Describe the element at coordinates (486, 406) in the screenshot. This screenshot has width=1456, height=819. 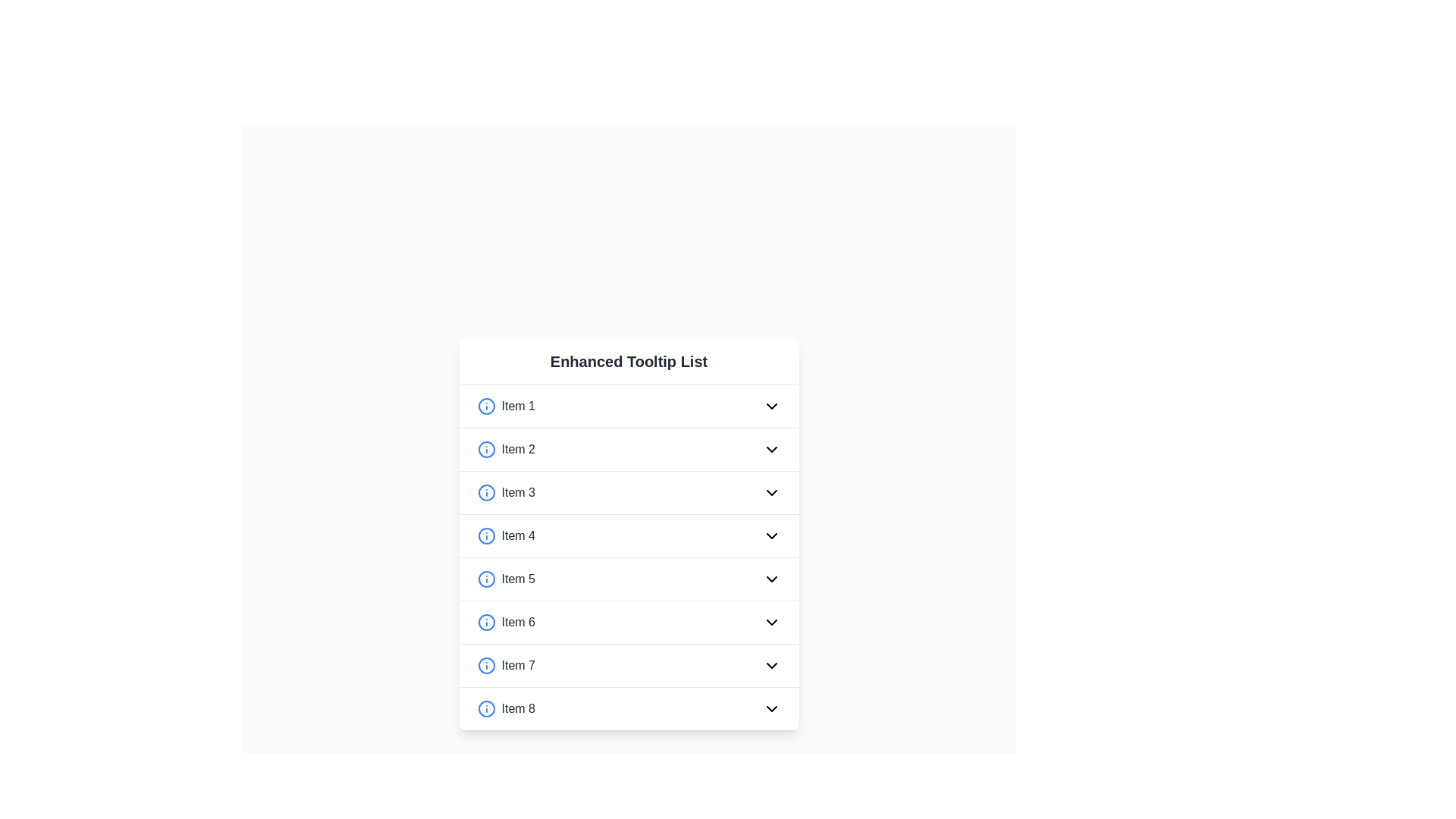
I see `the circular information icon with a blue border located to the left of the text label 'Item 1' in the first row of a vertical list` at that location.